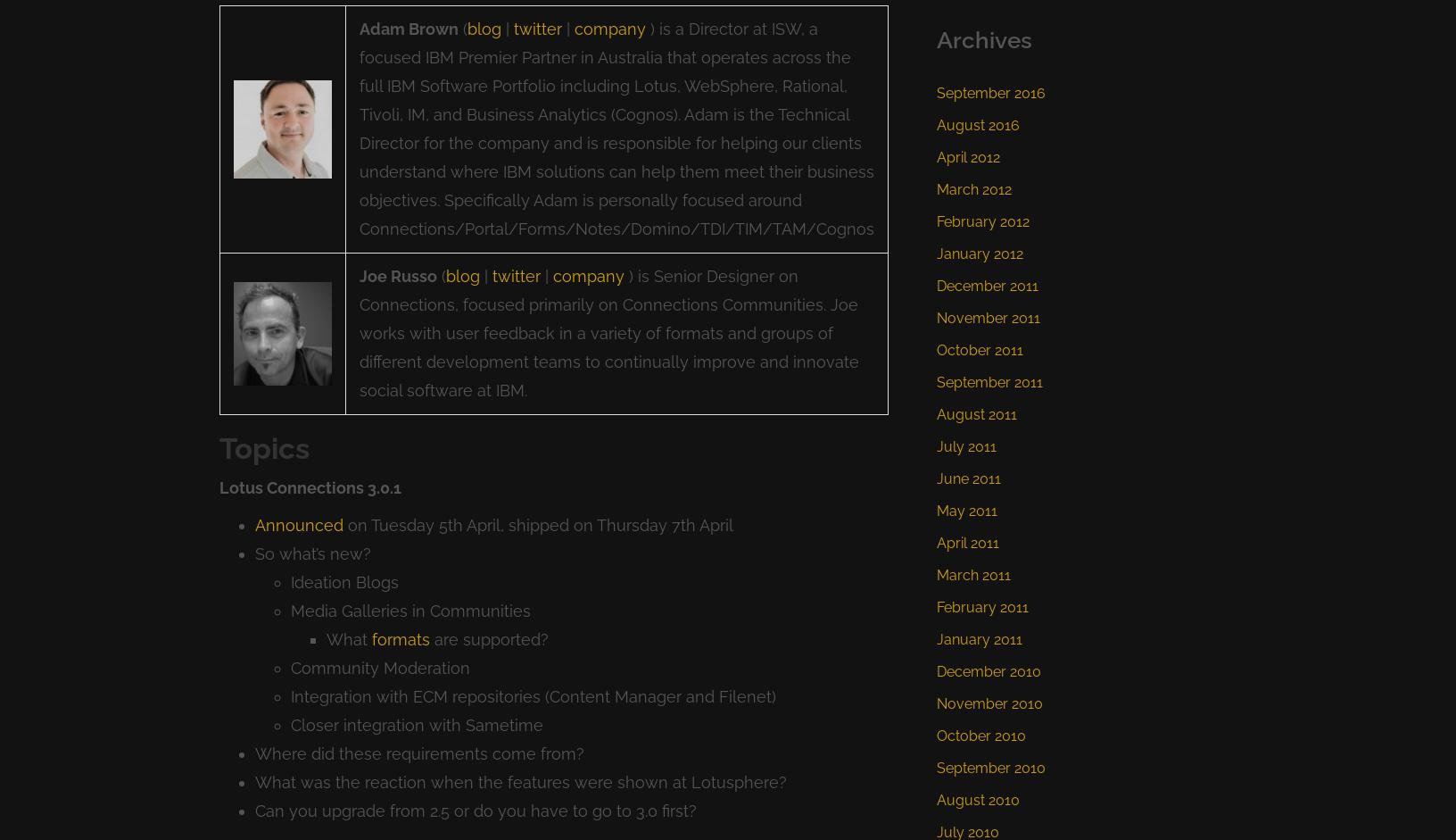 The image size is (1456, 840). What do you see at coordinates (988, 670) in the screenshot?
I see `'December 2010'` at bounding box center [988, 670].